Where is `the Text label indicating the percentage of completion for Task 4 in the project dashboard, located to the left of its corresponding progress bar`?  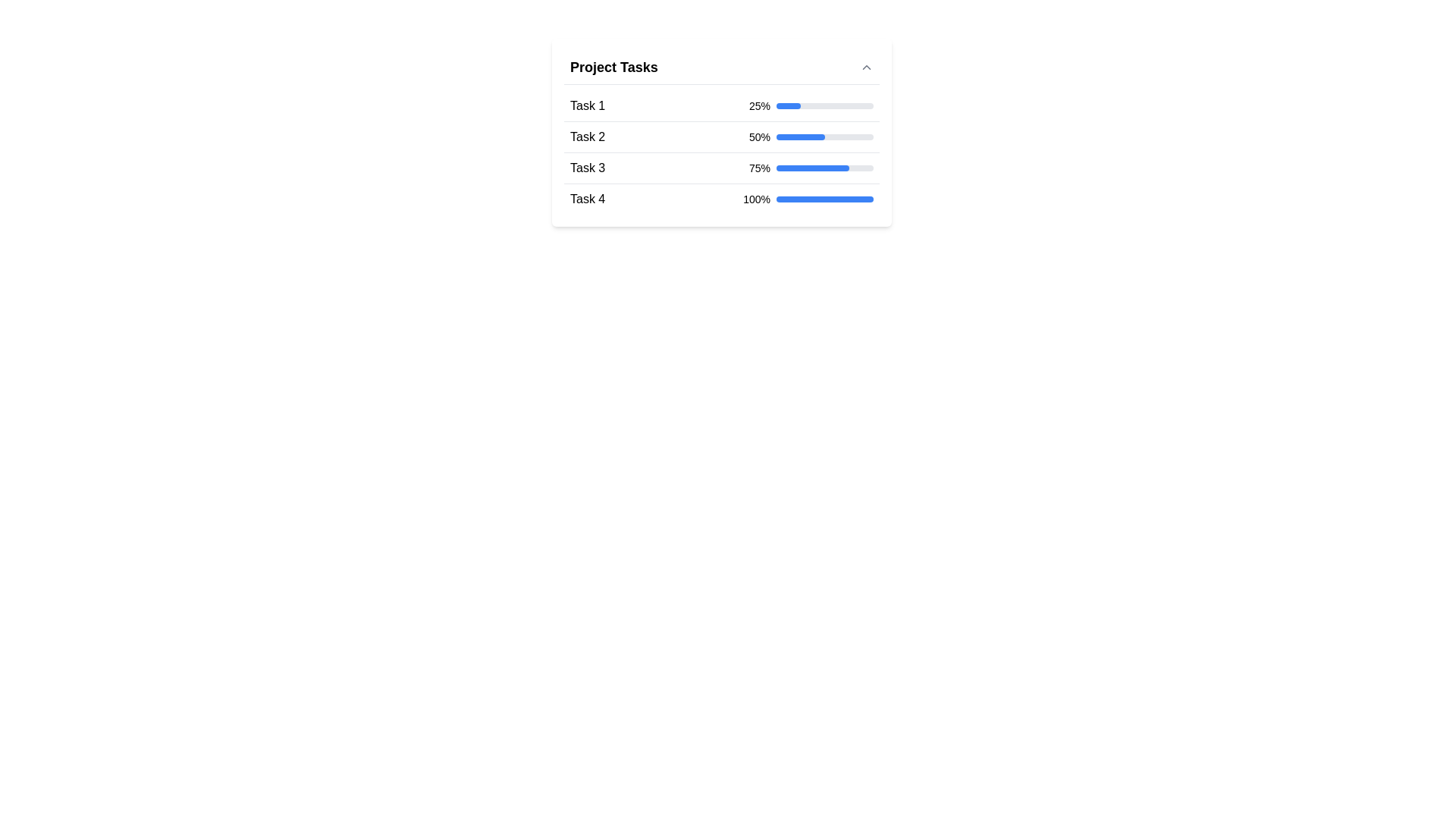 the Text label indicating the percentage of completion for Task 4 in the project dashboard, located to the left of its corresponding progress bar is located at coordinates (757, 198).